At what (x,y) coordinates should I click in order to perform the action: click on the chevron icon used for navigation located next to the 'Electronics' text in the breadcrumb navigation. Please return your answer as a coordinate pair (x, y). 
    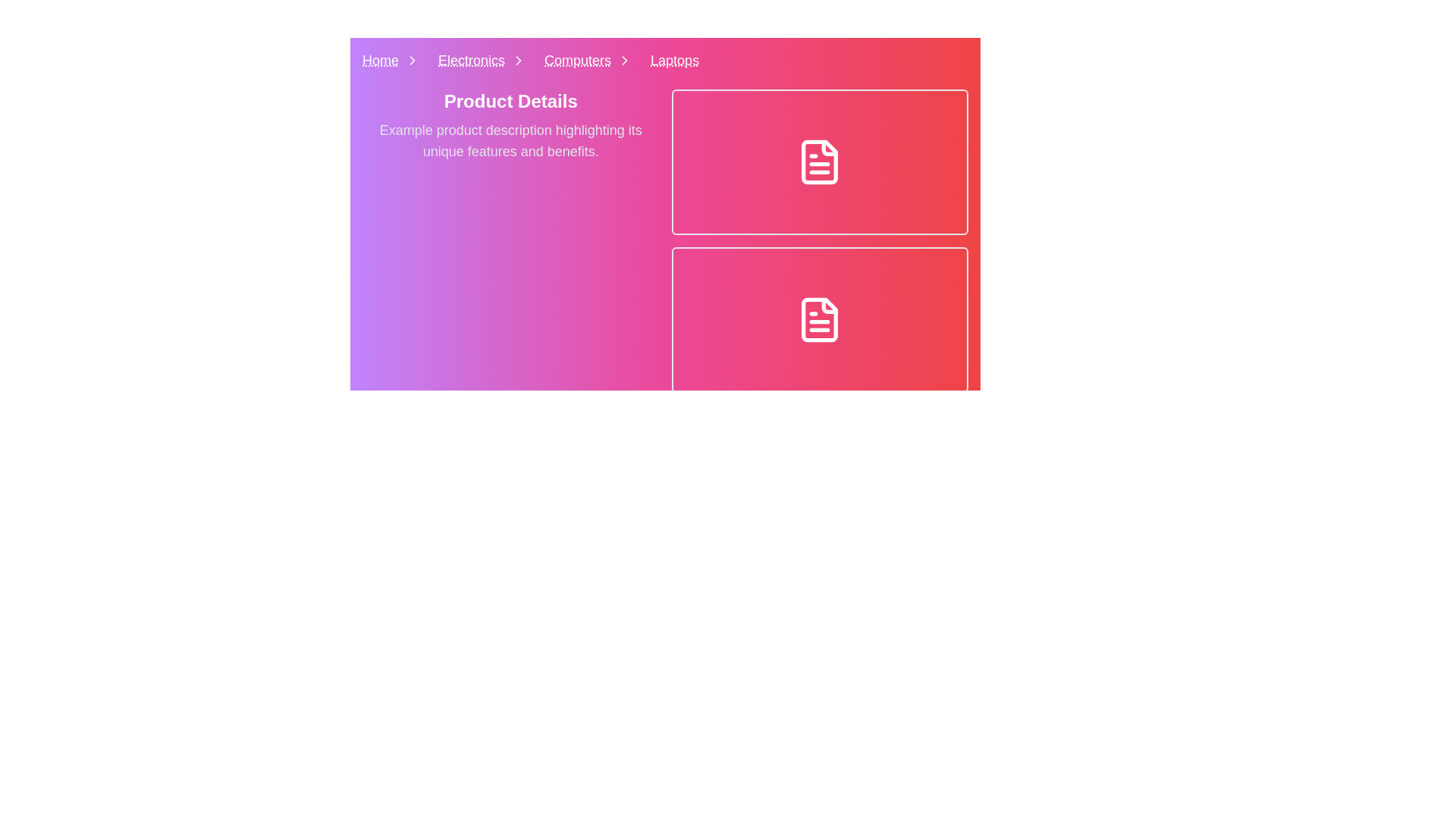
    Looking at the image, I should click on (519, 60).